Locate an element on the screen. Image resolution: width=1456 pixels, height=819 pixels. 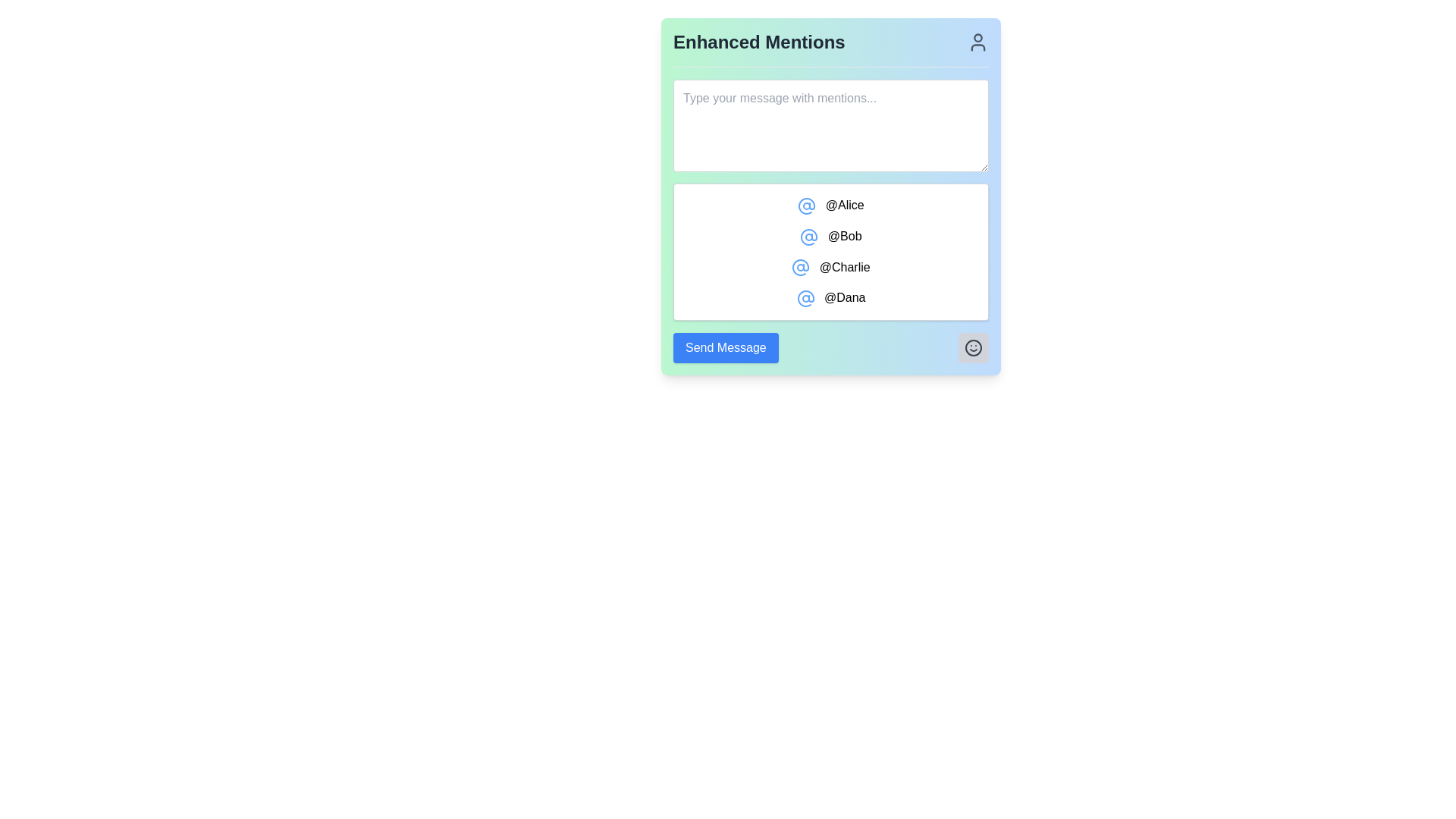
the interactive mention item for user '@Alice' is located at coordinates (830, 195).